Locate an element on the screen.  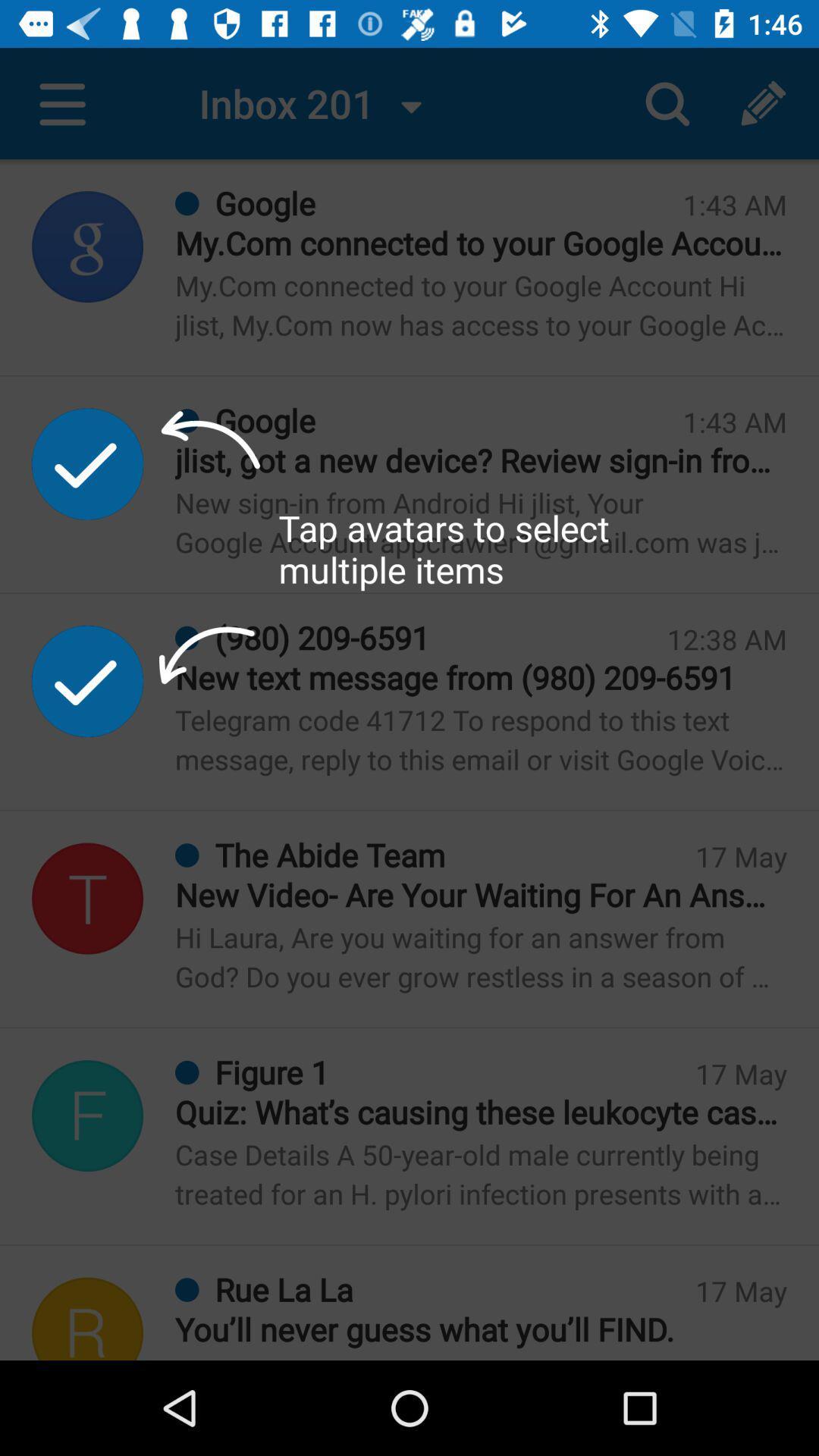
the check icon is located at coordinates (87, 680).